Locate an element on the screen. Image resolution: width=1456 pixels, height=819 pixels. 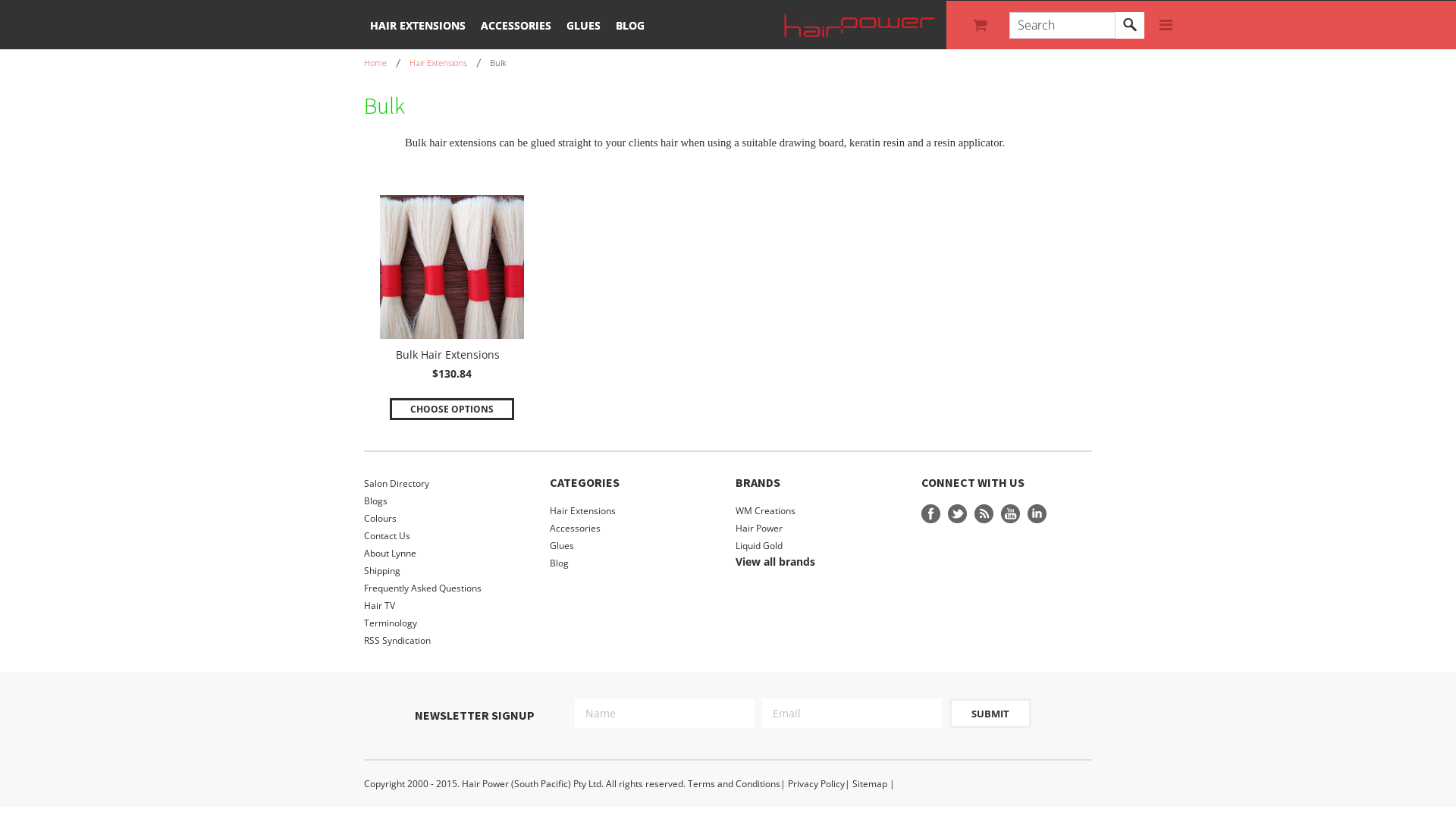
'Accessories' is located at coordinates (635, 527).